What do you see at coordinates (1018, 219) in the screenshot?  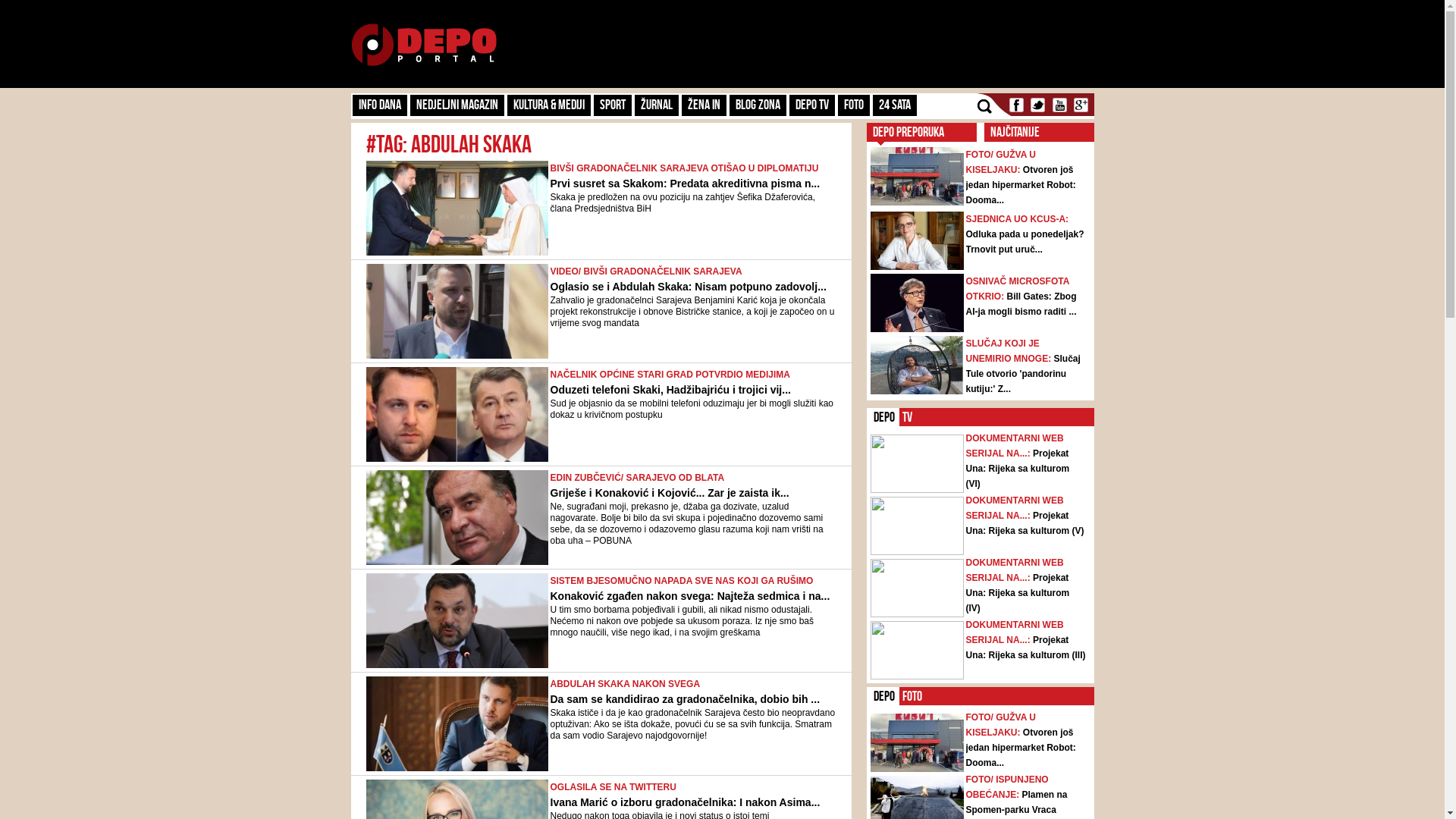 I see `'SJEDNICA UO KCUS-A:'` at bounding box center [1018, 219].